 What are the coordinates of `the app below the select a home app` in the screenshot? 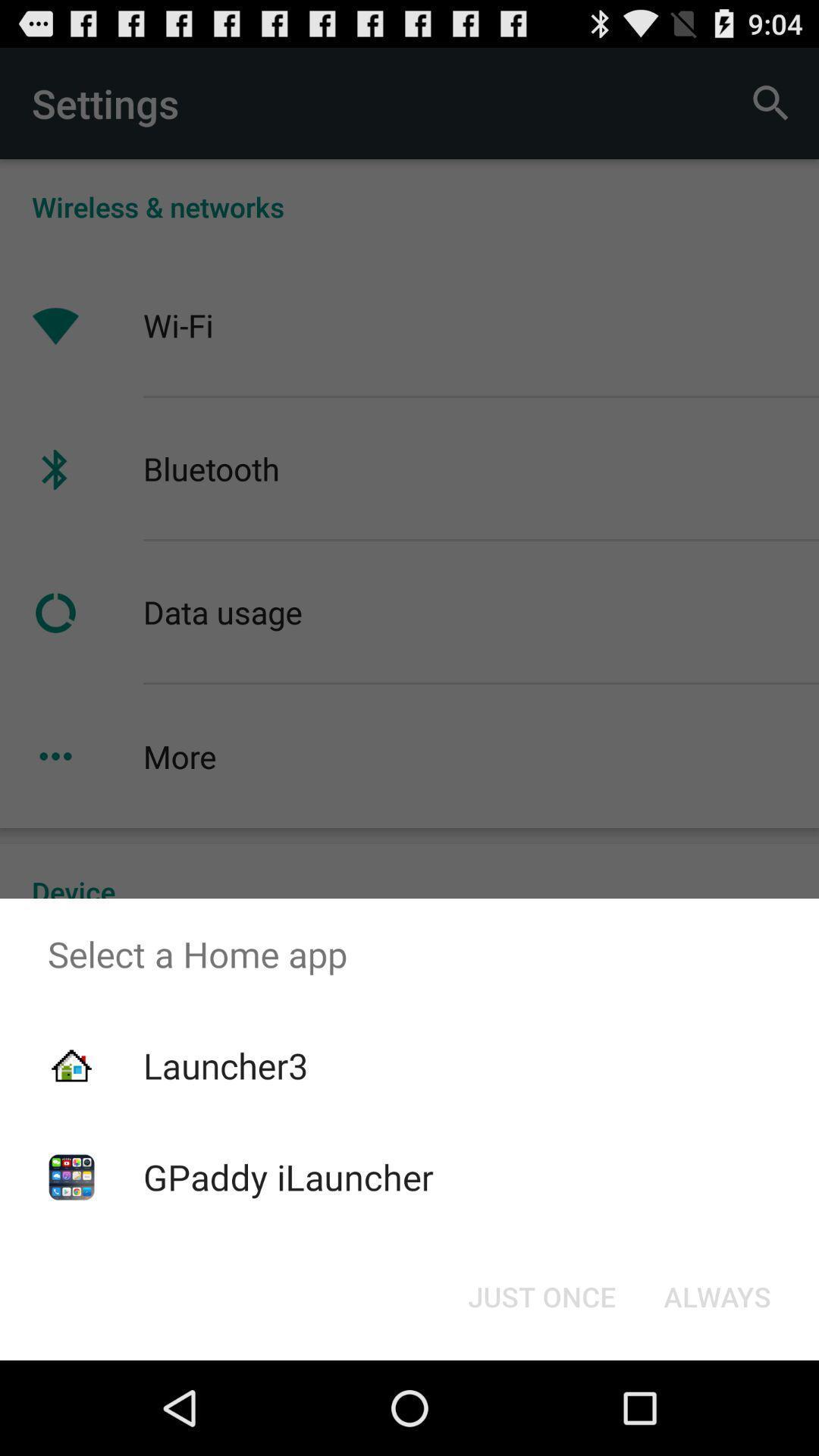 It's located at (717, 1295).